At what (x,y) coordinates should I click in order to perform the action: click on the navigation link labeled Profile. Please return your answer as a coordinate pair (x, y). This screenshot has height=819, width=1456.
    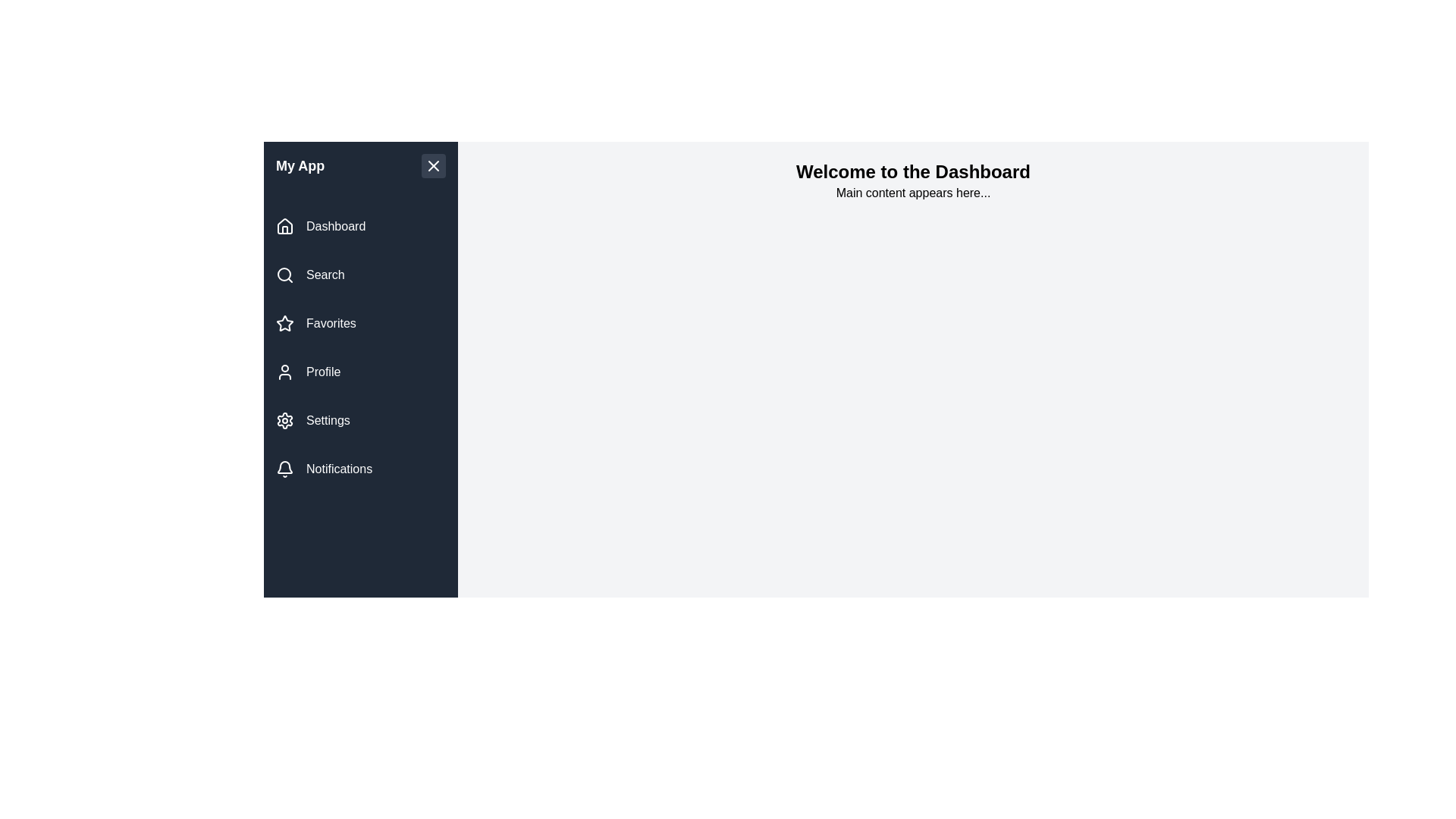
    Looking at the image, I should click on (359, 372).